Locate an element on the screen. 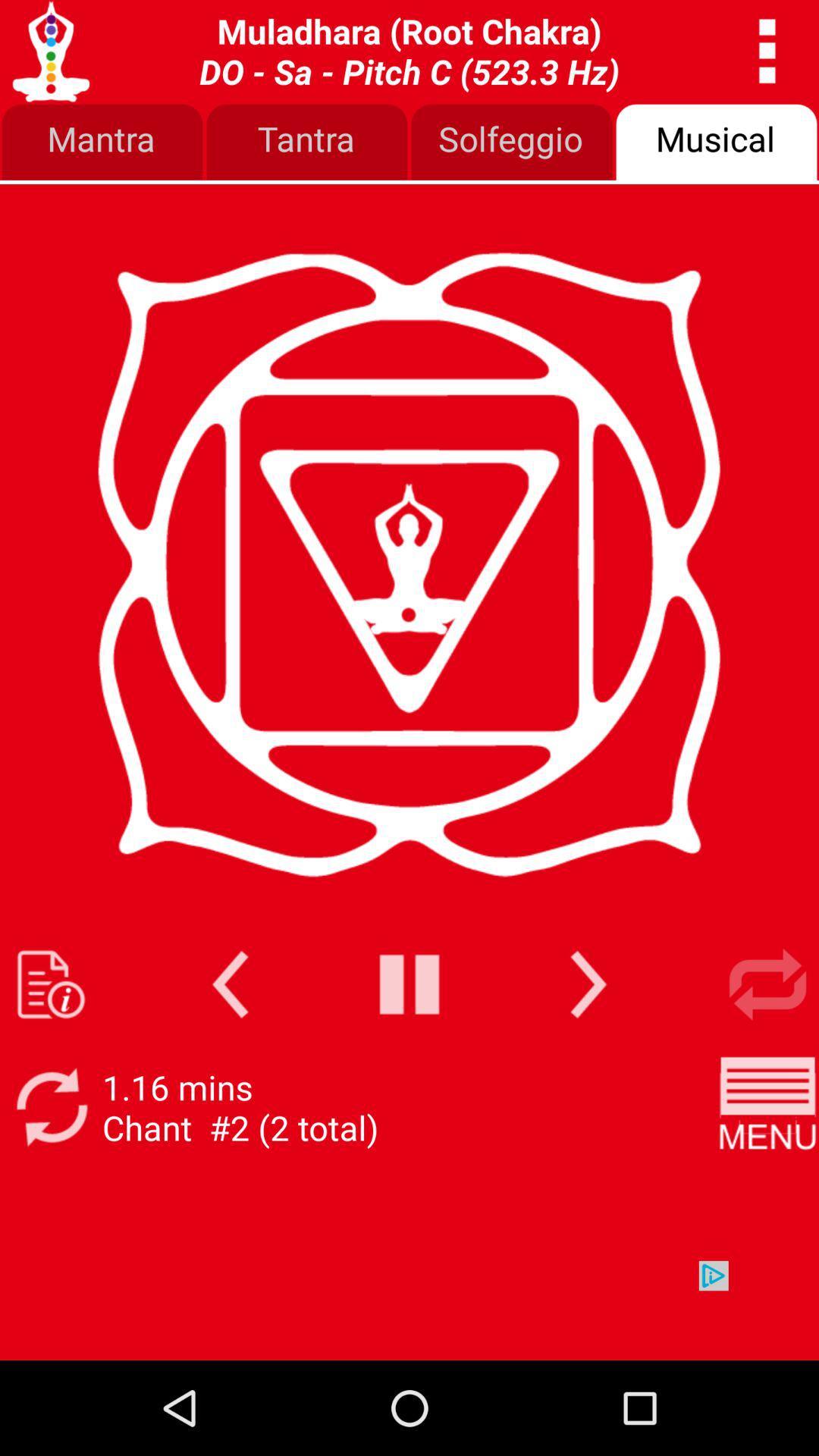 Image resolution: width=819 pixels, height=1456 pixels. svadhishthana sacral chakra is located at coordinates (409, 51).